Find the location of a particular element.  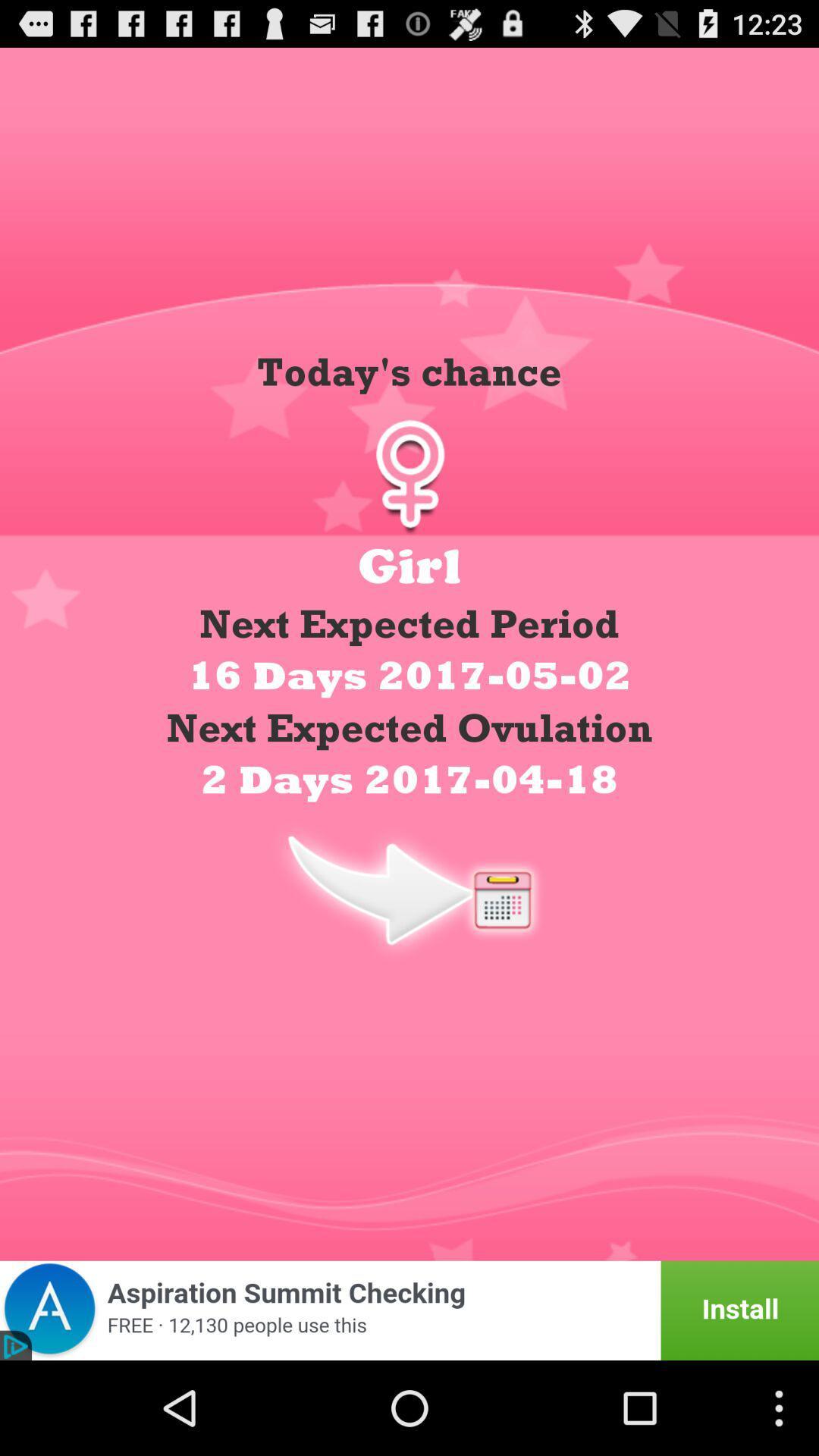

open advertisement is located at coordinates (409, 1310).